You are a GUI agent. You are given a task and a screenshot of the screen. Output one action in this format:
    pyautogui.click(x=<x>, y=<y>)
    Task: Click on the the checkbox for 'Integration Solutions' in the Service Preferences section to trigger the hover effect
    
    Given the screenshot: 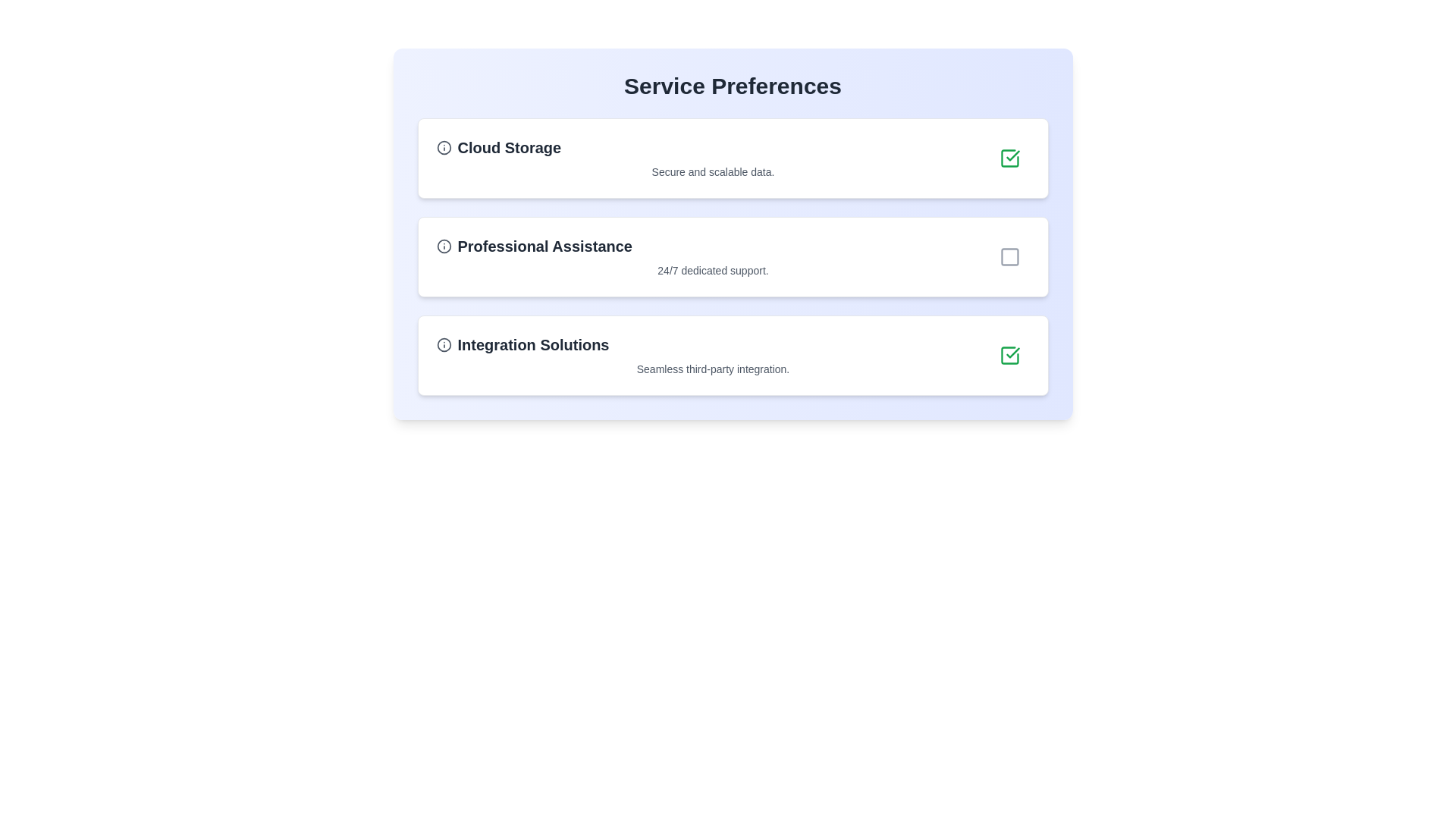 What is the action you would take?
    pyautogui.click(x=1009, y=356)
    